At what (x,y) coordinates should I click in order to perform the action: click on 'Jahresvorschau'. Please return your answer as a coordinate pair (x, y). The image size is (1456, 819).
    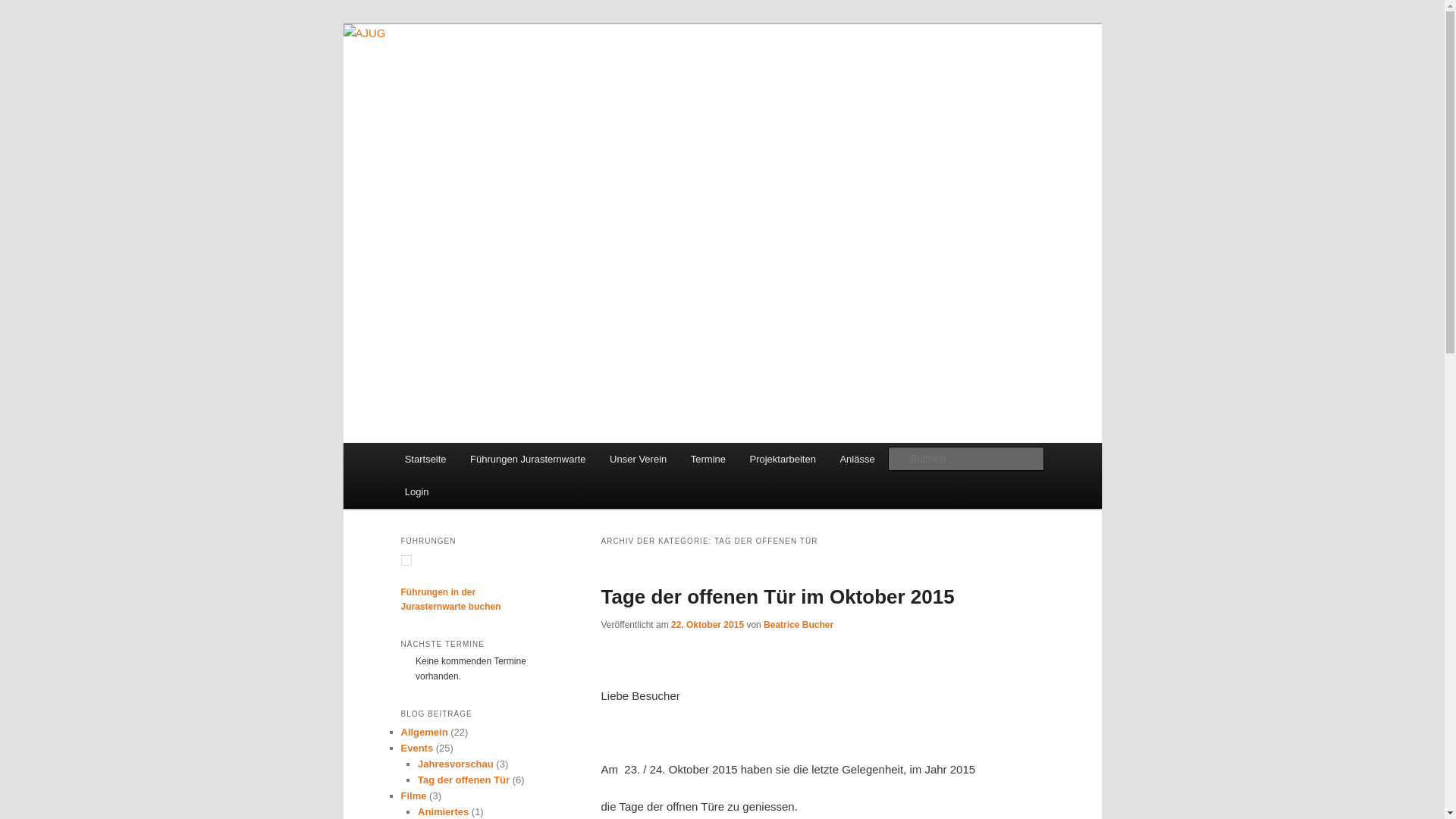
    Looking at the image, I should click on (454, 764).